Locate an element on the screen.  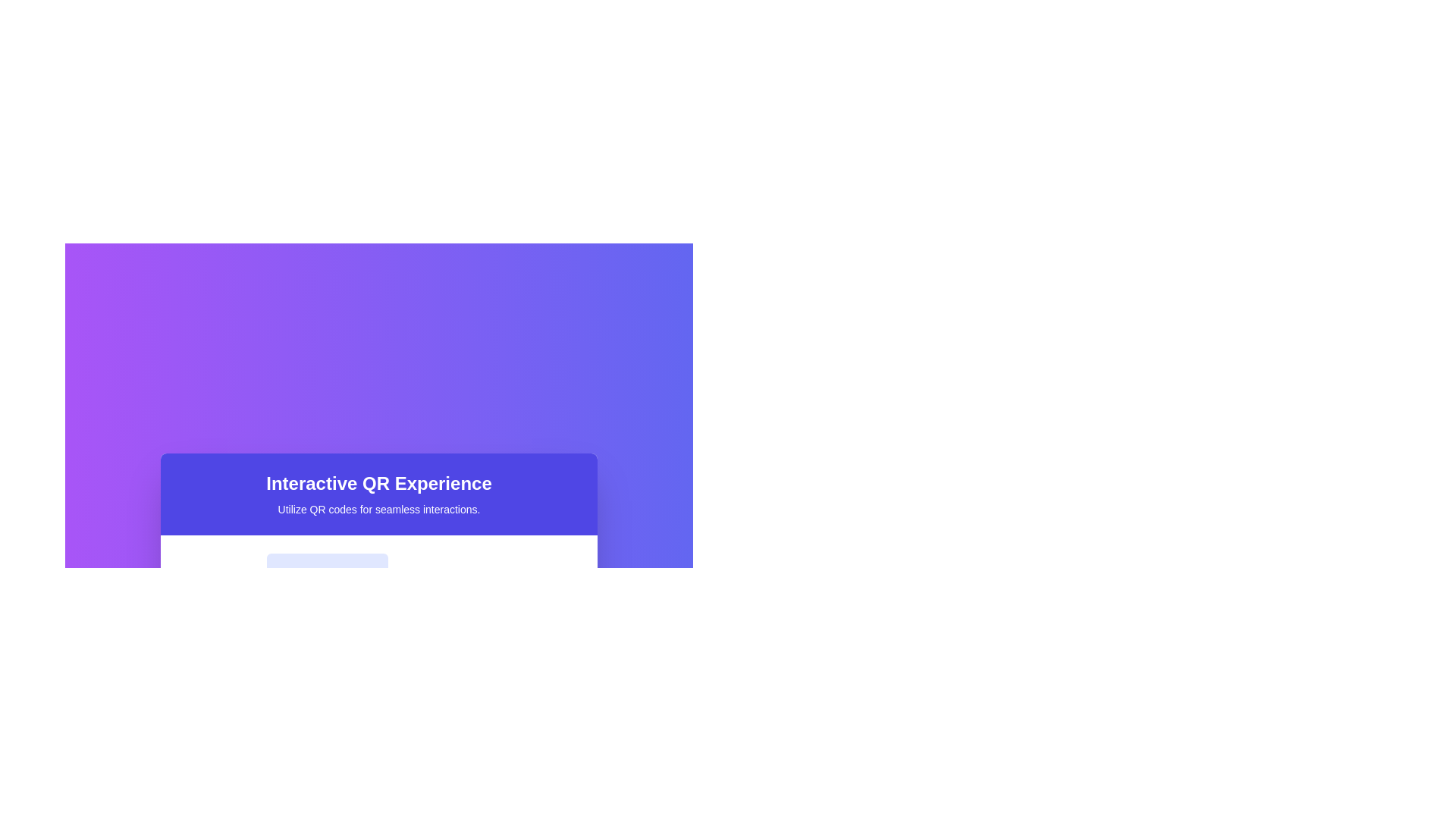
the title text block that introduces the section's content related to QR code experiences, located within a blue box at the center of a purple gradient background is located at coordinates (378, 483).